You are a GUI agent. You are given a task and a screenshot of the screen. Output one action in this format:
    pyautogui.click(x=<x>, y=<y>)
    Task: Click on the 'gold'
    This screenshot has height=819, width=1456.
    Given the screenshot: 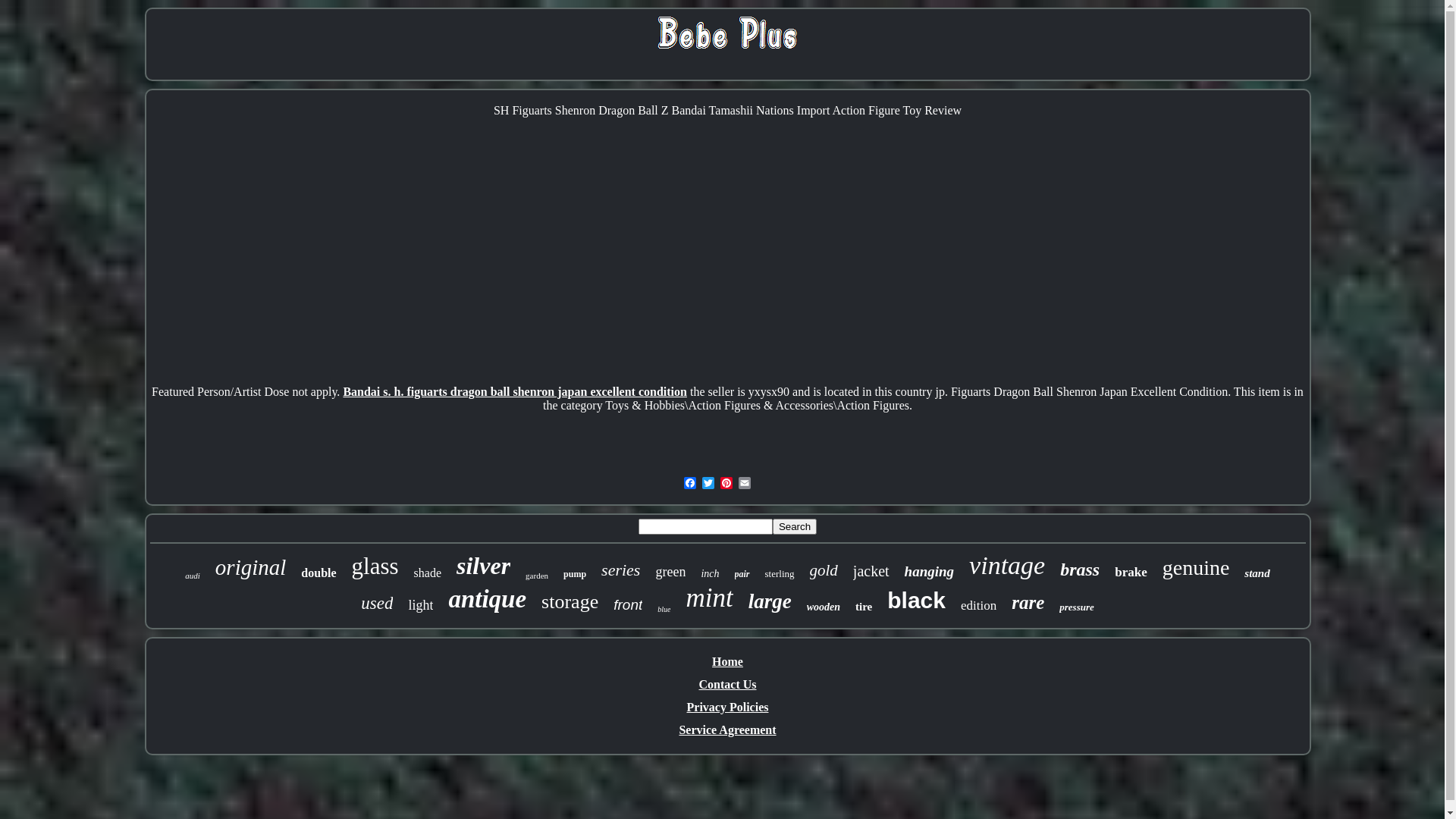 What is the action you would take?
    pyautogui.click(x=823, y=570)
    